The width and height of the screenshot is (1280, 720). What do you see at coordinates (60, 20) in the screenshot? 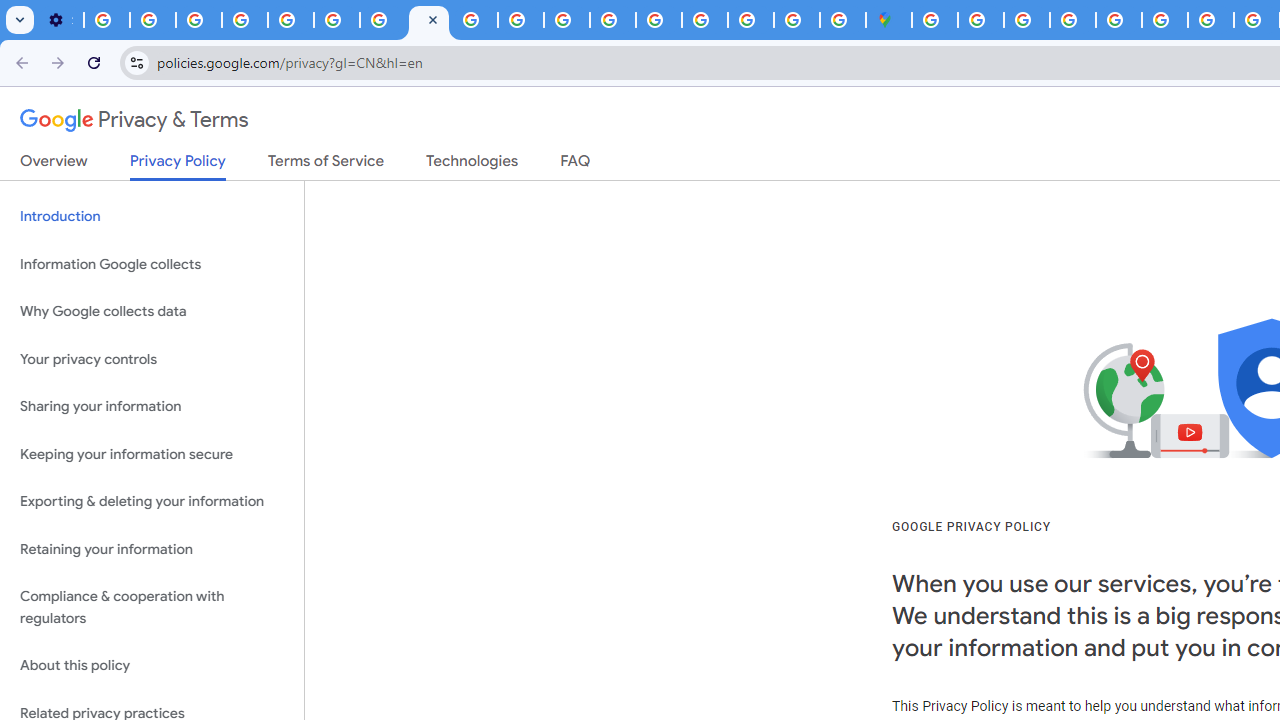
I see `'Settings - Customize profile'` at bounding box center [60, 20].